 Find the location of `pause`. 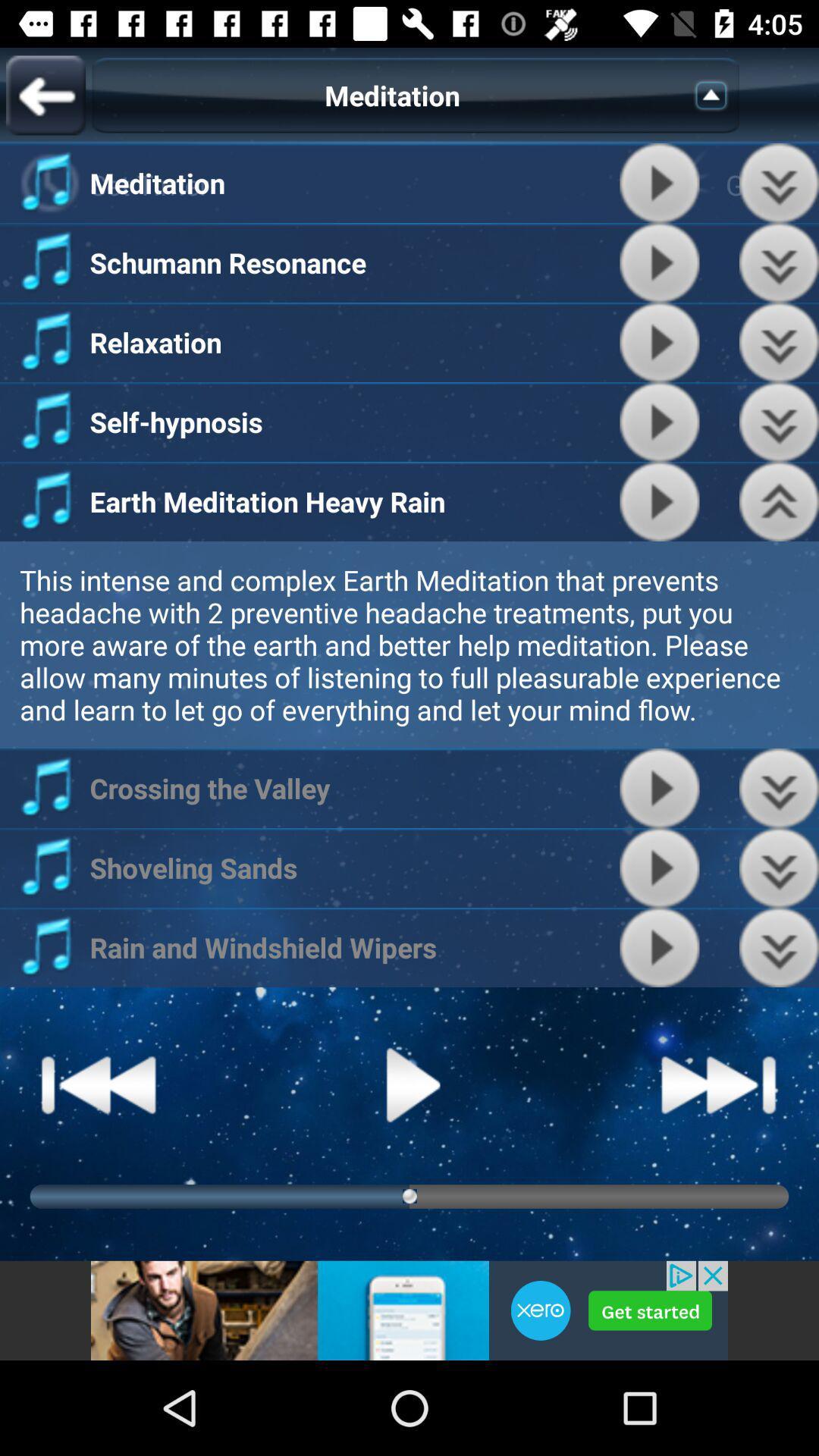

pause is located at coordinates (409, 1084).